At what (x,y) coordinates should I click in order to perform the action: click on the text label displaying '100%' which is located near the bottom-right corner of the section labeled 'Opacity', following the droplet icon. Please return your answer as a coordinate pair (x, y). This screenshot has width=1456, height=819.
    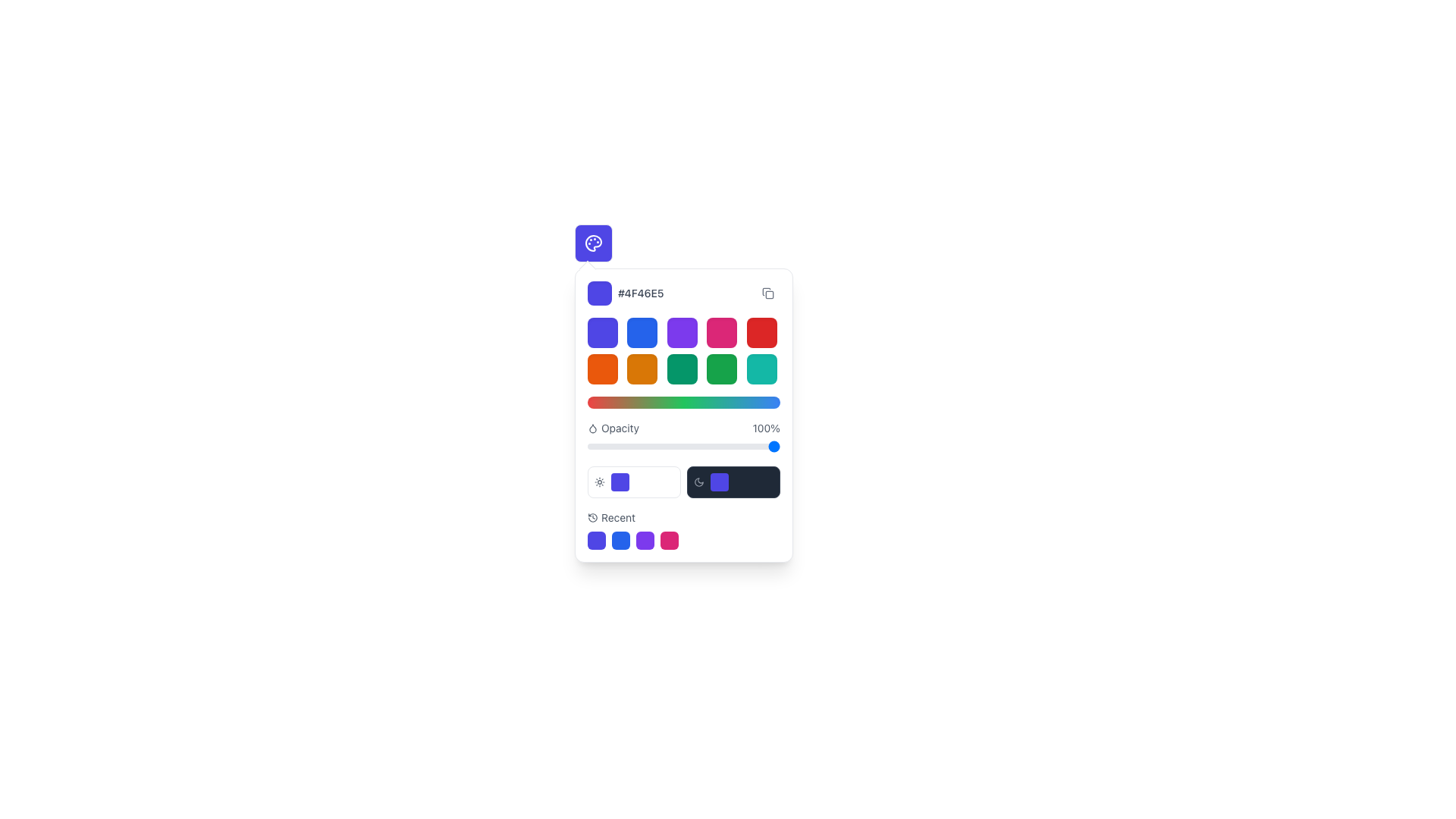
    Looking at the image, I should click on (766, 428).